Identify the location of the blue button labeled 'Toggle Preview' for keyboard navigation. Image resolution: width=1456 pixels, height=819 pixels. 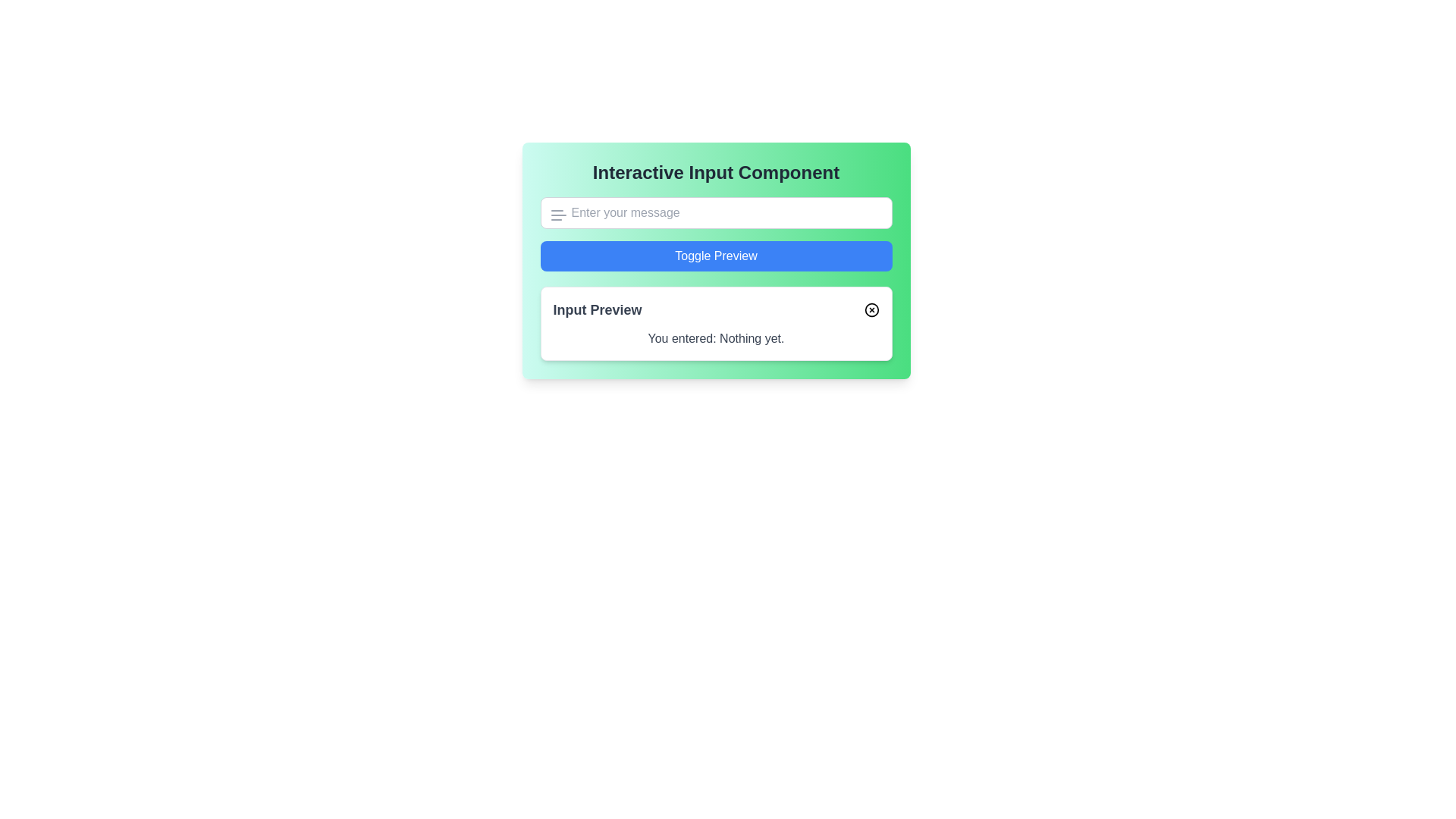
(715, 259).